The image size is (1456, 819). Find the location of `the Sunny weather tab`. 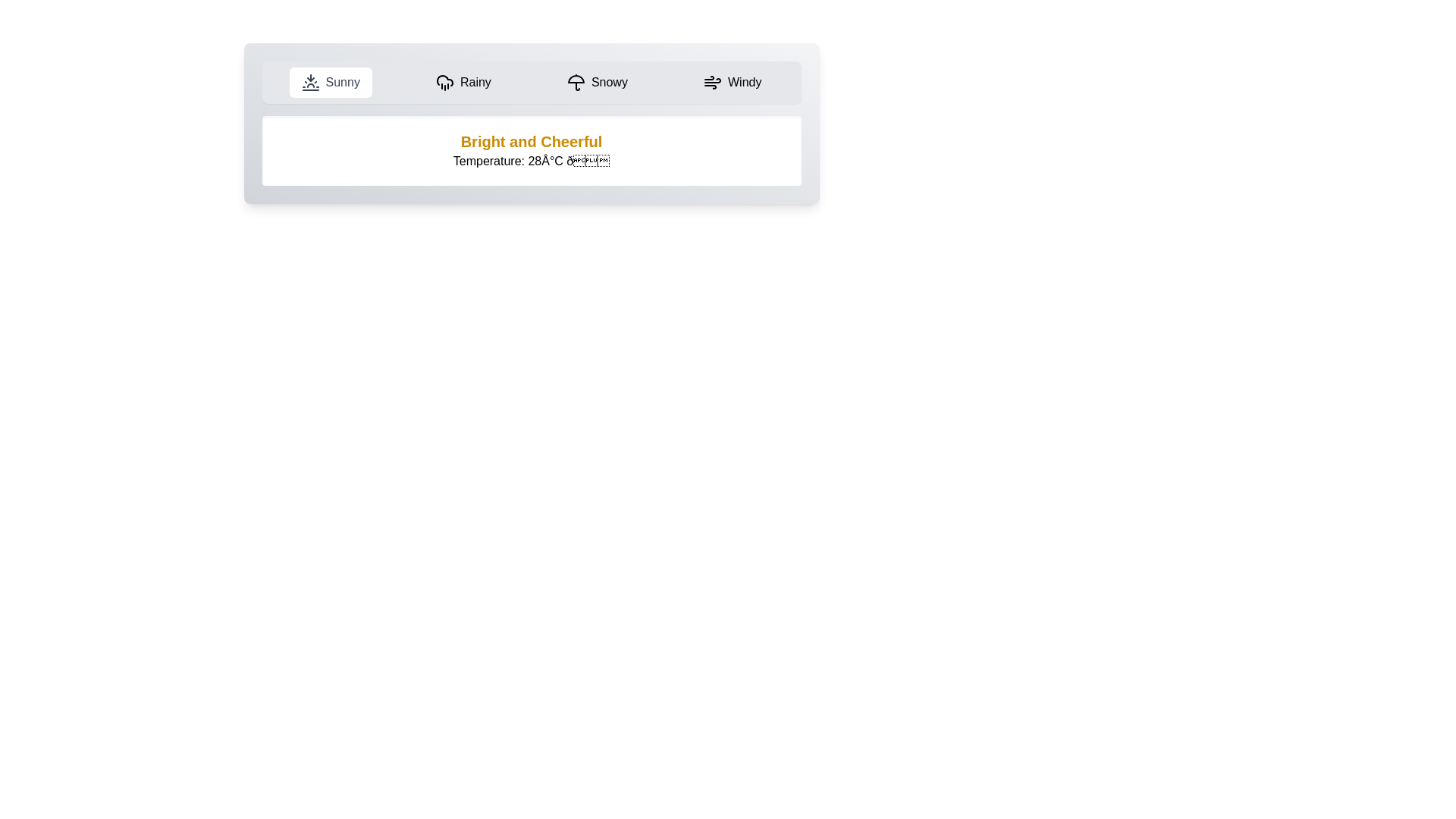

the Sunny weather tab is located at coordinates (330, 82).